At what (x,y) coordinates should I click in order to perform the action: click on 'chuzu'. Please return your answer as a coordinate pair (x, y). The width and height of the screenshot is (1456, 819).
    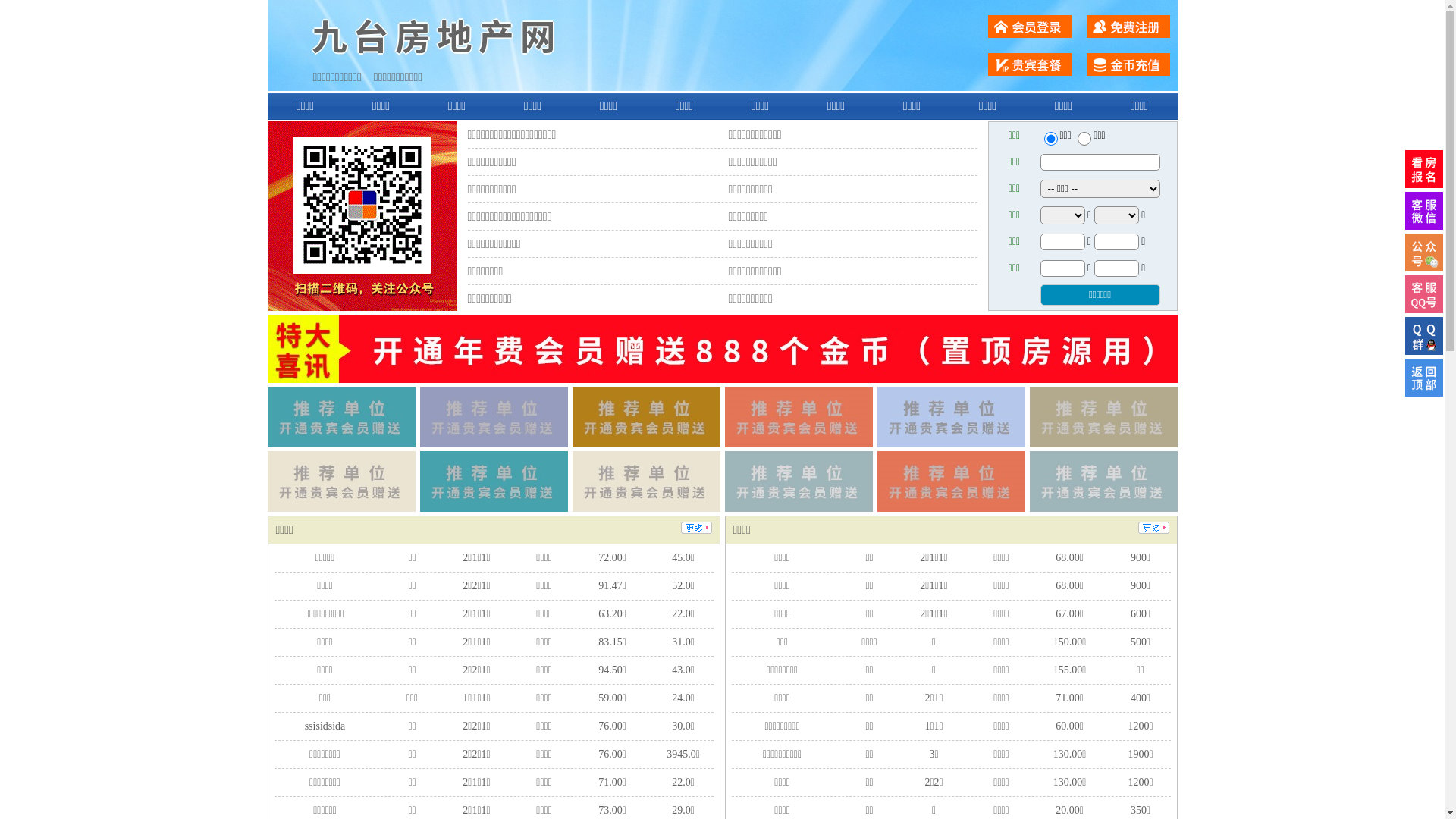
    Looking at the image, I should click on (1084, 138).